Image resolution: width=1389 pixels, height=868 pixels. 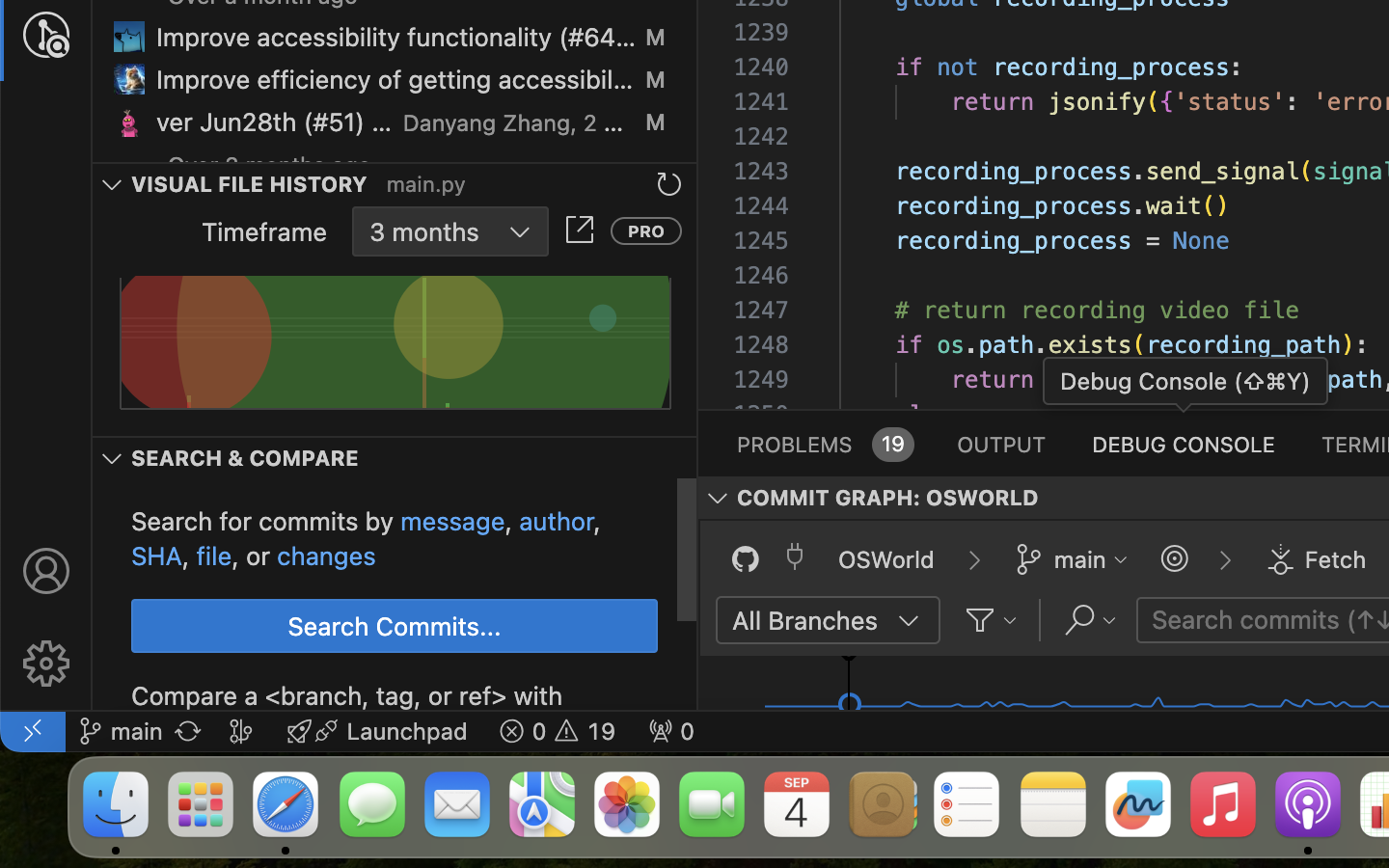 What do you see at coordinates (265, 520) in the screenshot?
I see `'Search for commits by'` at bounding box center [265, 520].